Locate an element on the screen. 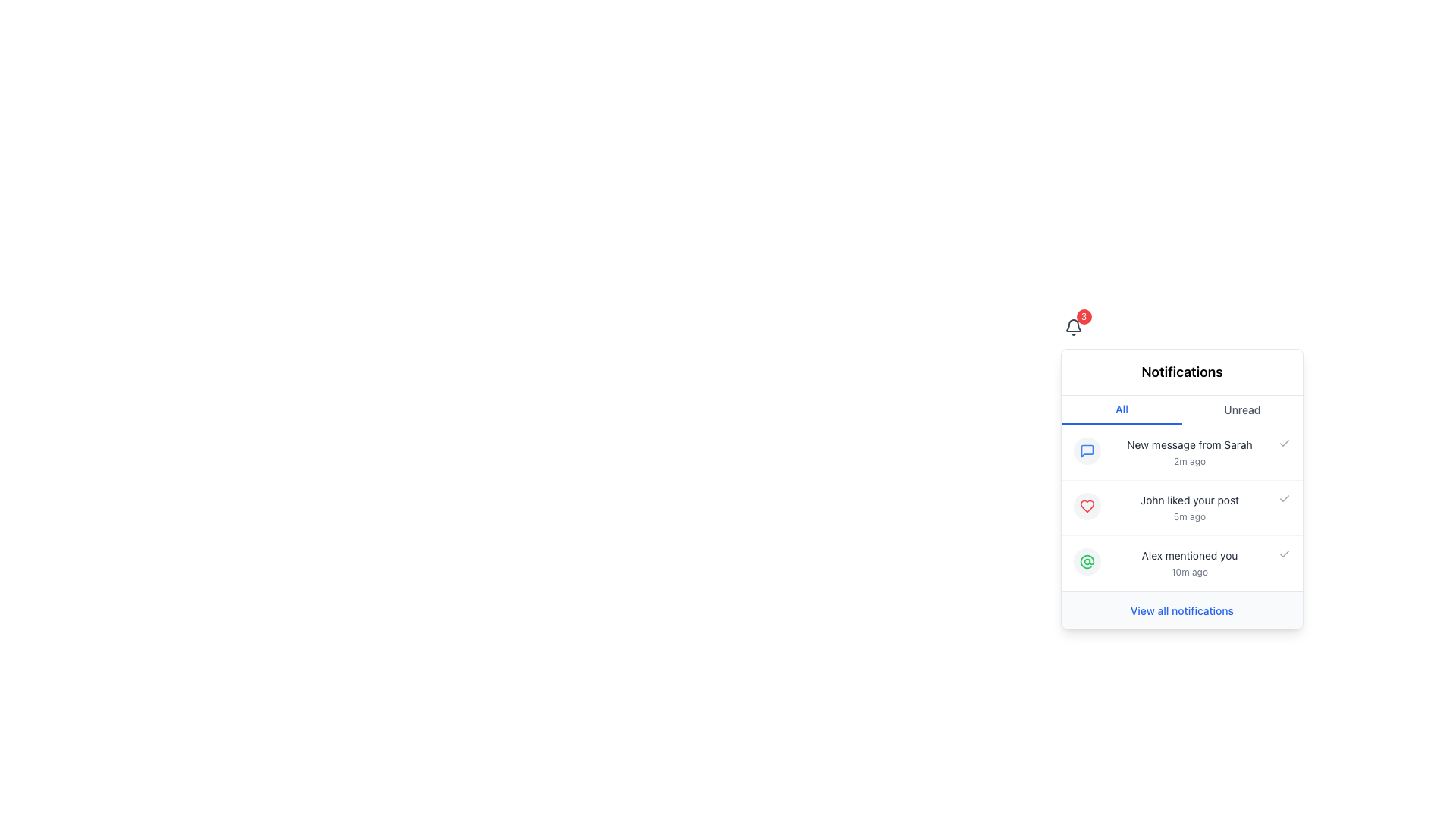  the active 'All' tab in the notifications dropdown menu is located at coordinates (1181, 409).